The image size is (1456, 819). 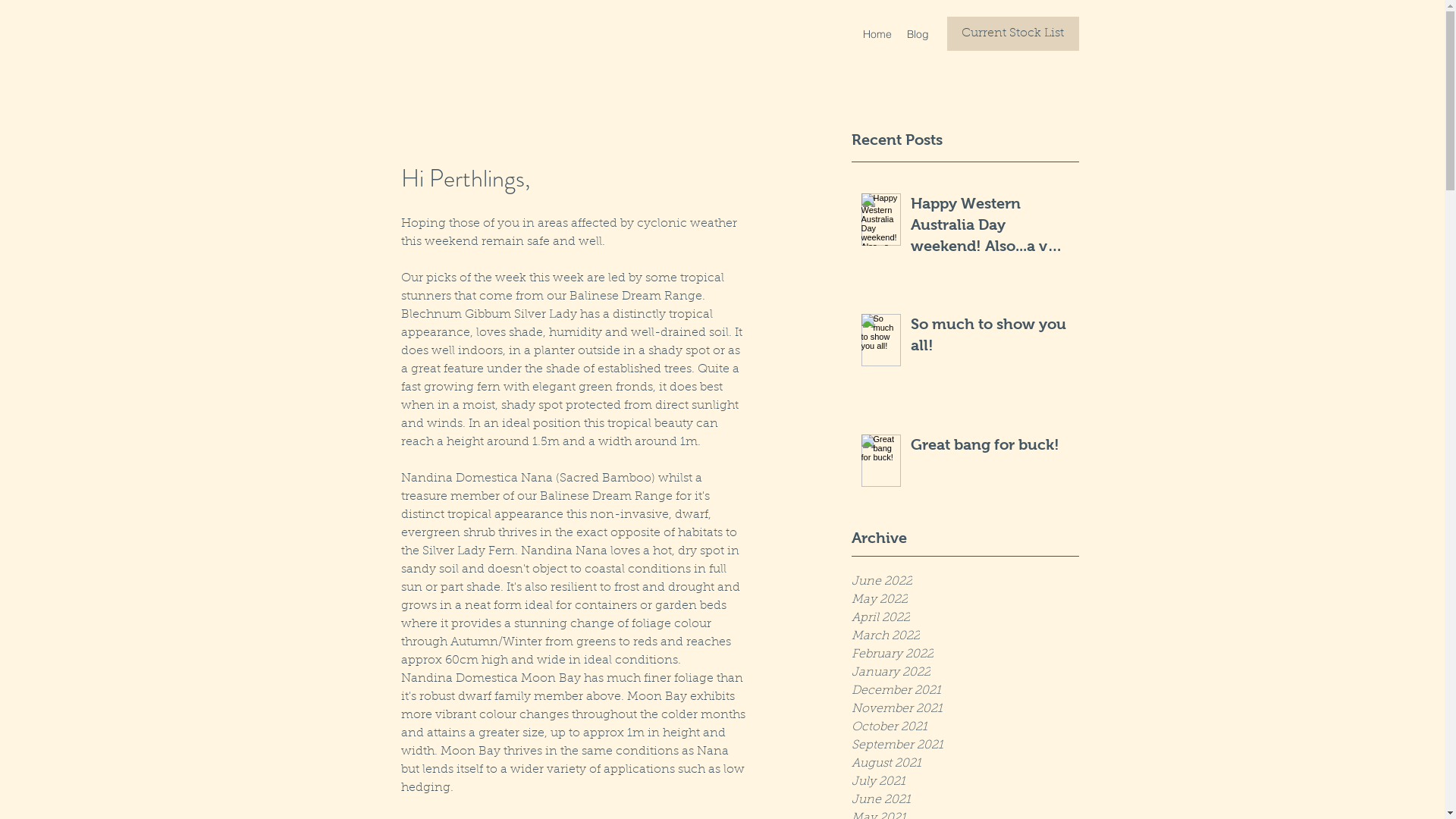 What do you see at coordinates (964, 617) in the screenshot?
I see `'April 2022'` at bounding box center [964, 617].